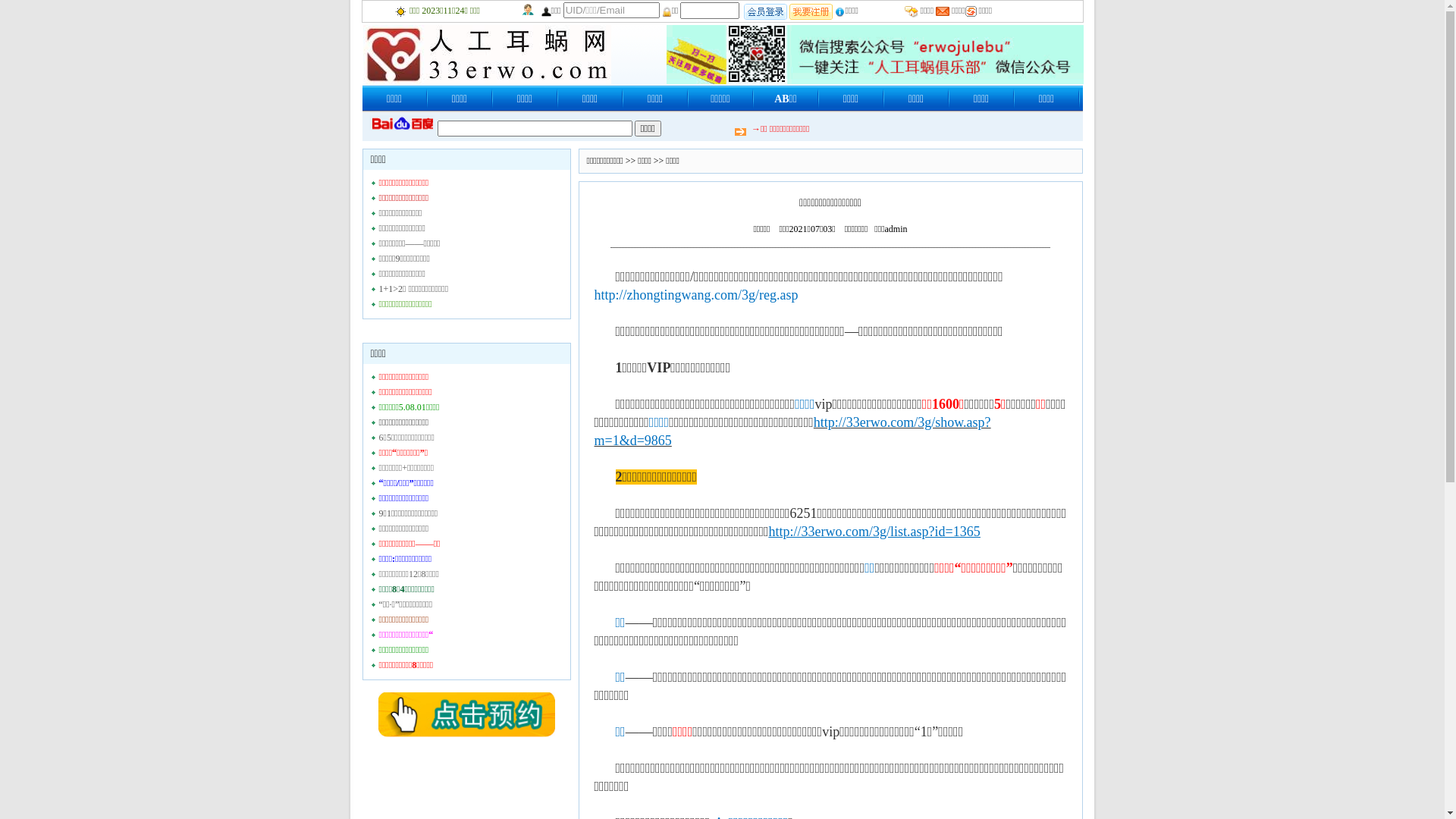 The height and width of the screenshot is (819, 1456). What do you see at coordinates (768, 529) in the screenshot?
I see `'http://33erwo.com/3g/list.asp?id=1365'` at bounding box center [768, 529].